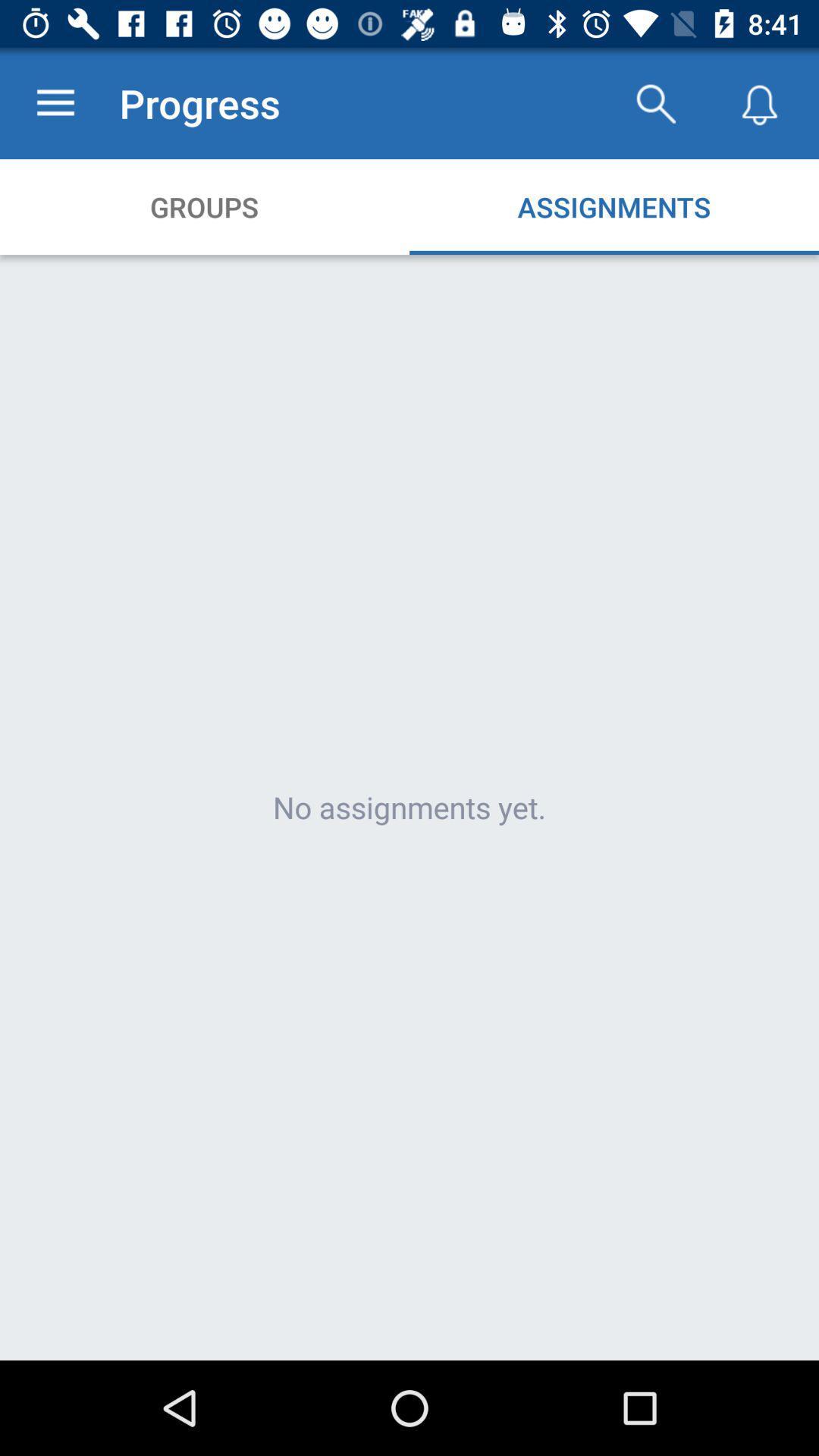 The width and height of the screenshot is (819, 1456). I want to click on app next to progress item, so click(55, 102).